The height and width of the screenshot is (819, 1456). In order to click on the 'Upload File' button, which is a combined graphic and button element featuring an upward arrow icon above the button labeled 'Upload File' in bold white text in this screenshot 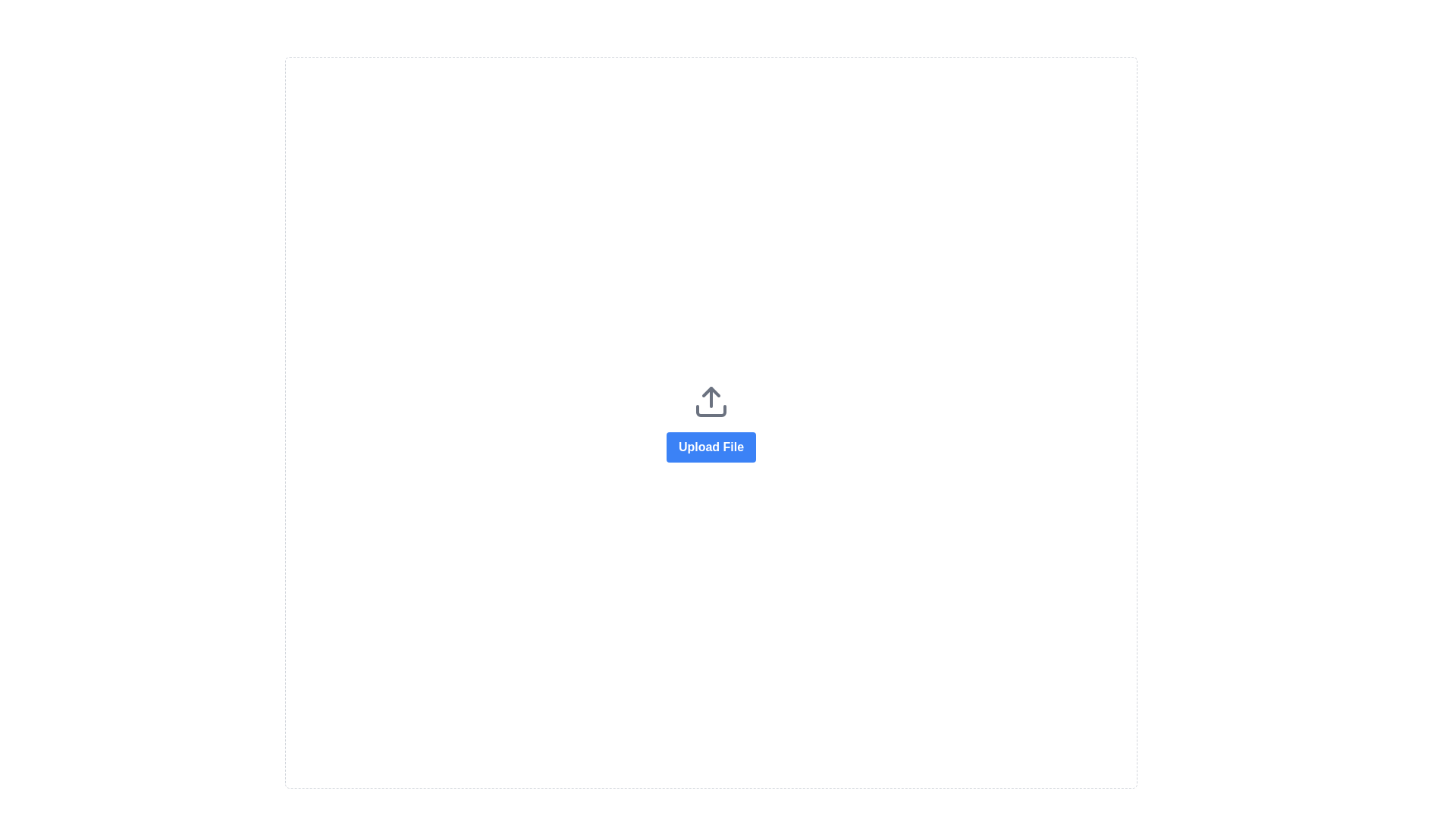, I will do `click(710, 422)`.